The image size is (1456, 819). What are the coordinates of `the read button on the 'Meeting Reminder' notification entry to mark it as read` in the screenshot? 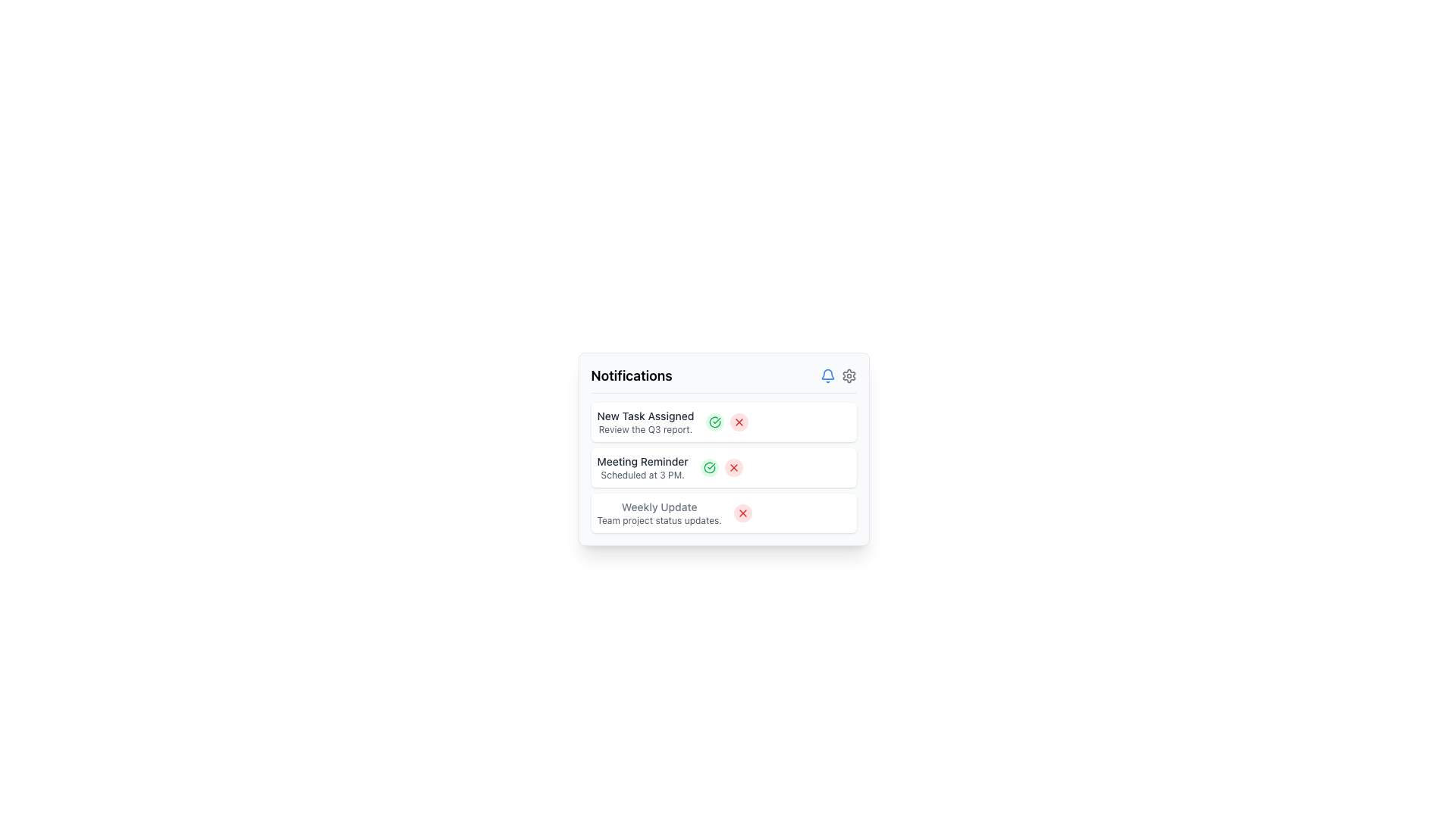 It's located at (723, 467).